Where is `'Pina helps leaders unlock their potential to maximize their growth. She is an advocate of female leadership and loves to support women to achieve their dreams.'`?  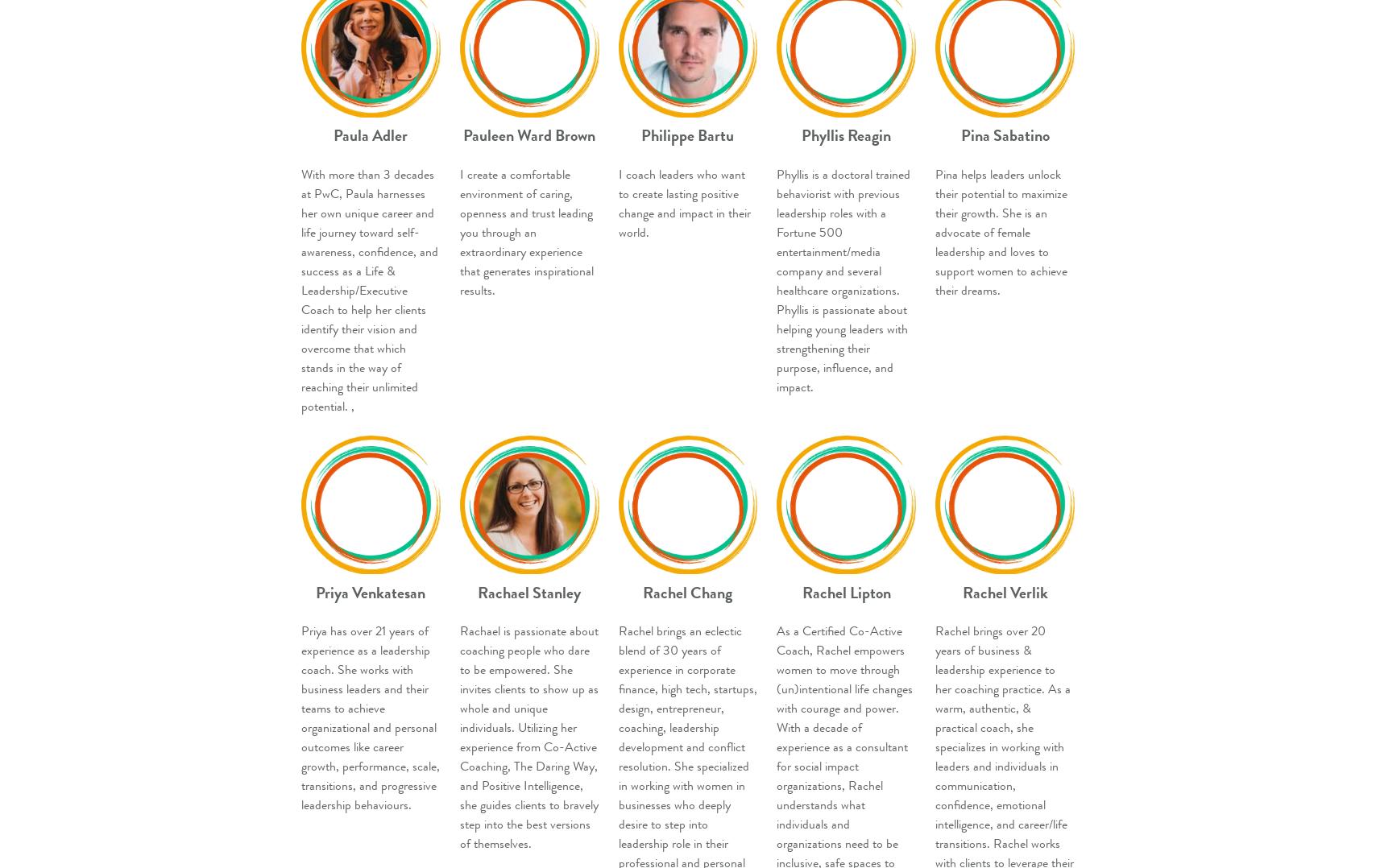 'Pina helps leaders unlock their potential to maximize their growth. She is an advocate of female leadership and loves to support women to achieve their dreams.' is located at coordinates (935, 232).